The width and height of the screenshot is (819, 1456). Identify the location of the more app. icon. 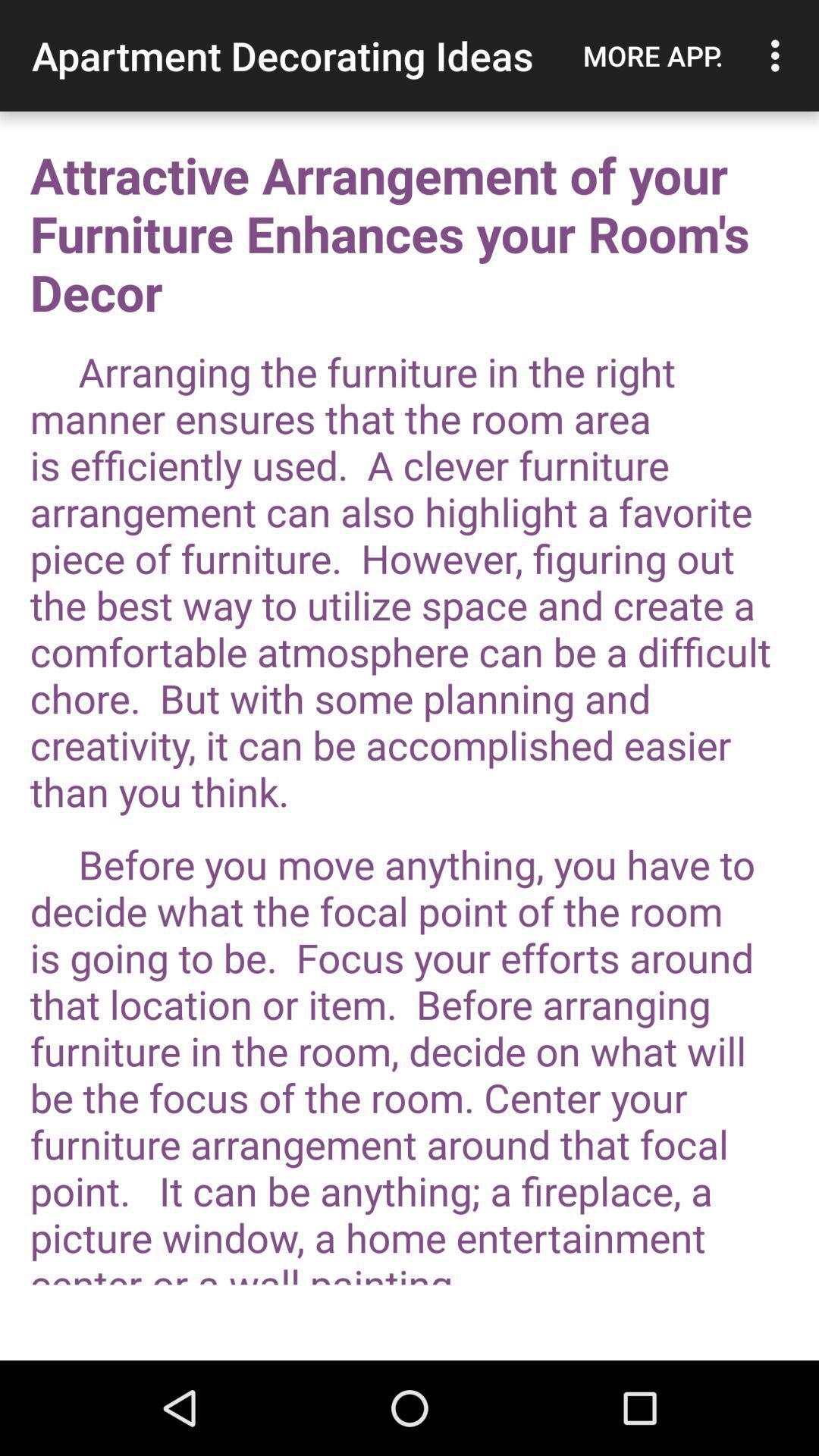
(652, 55).